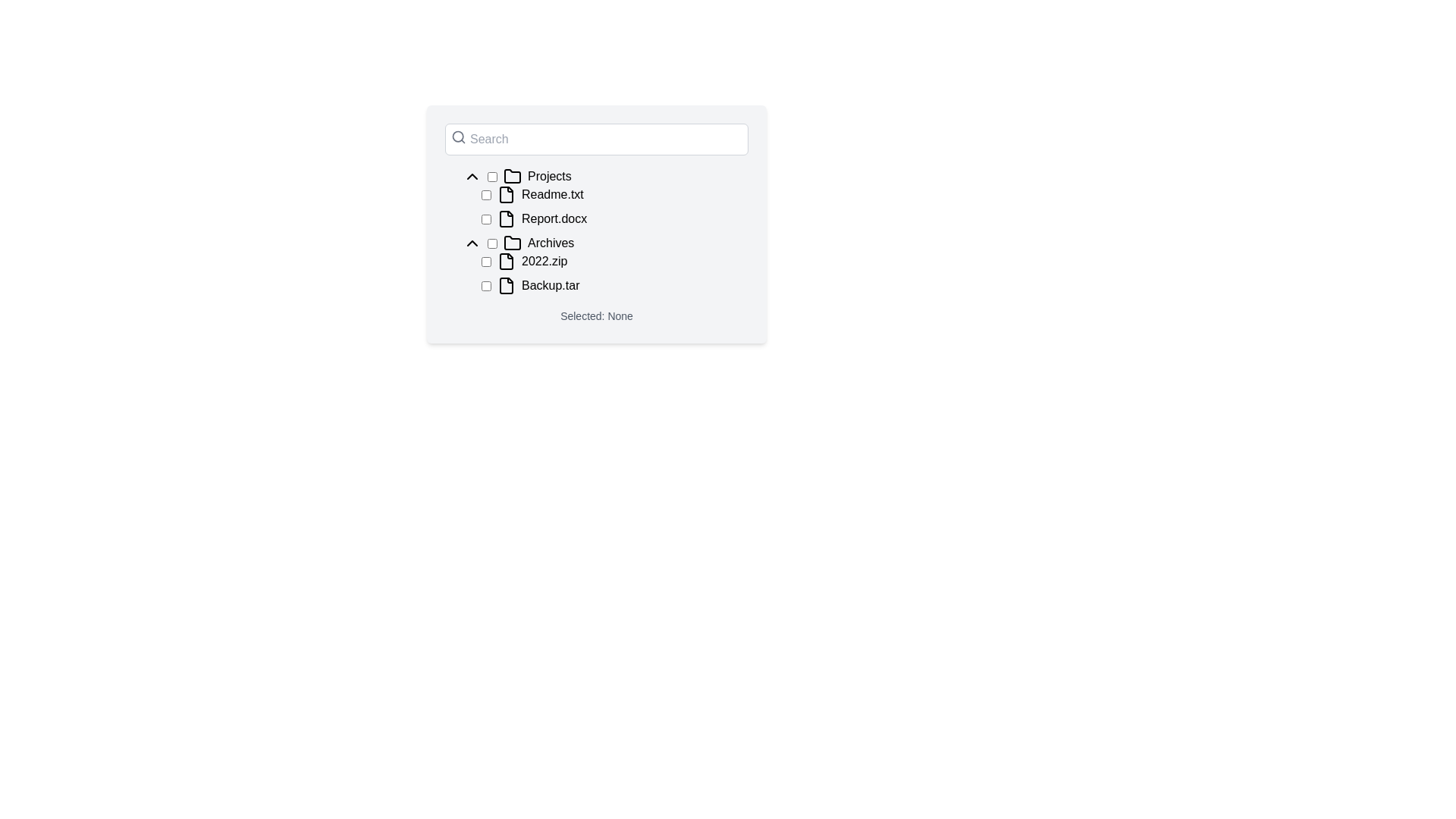 The height and width of the screenshot is (819, 1456). Describe the element at coordinates (604, 242) in the screenshot. I see `the checkbox in the 'Archives' folder row` at that location.